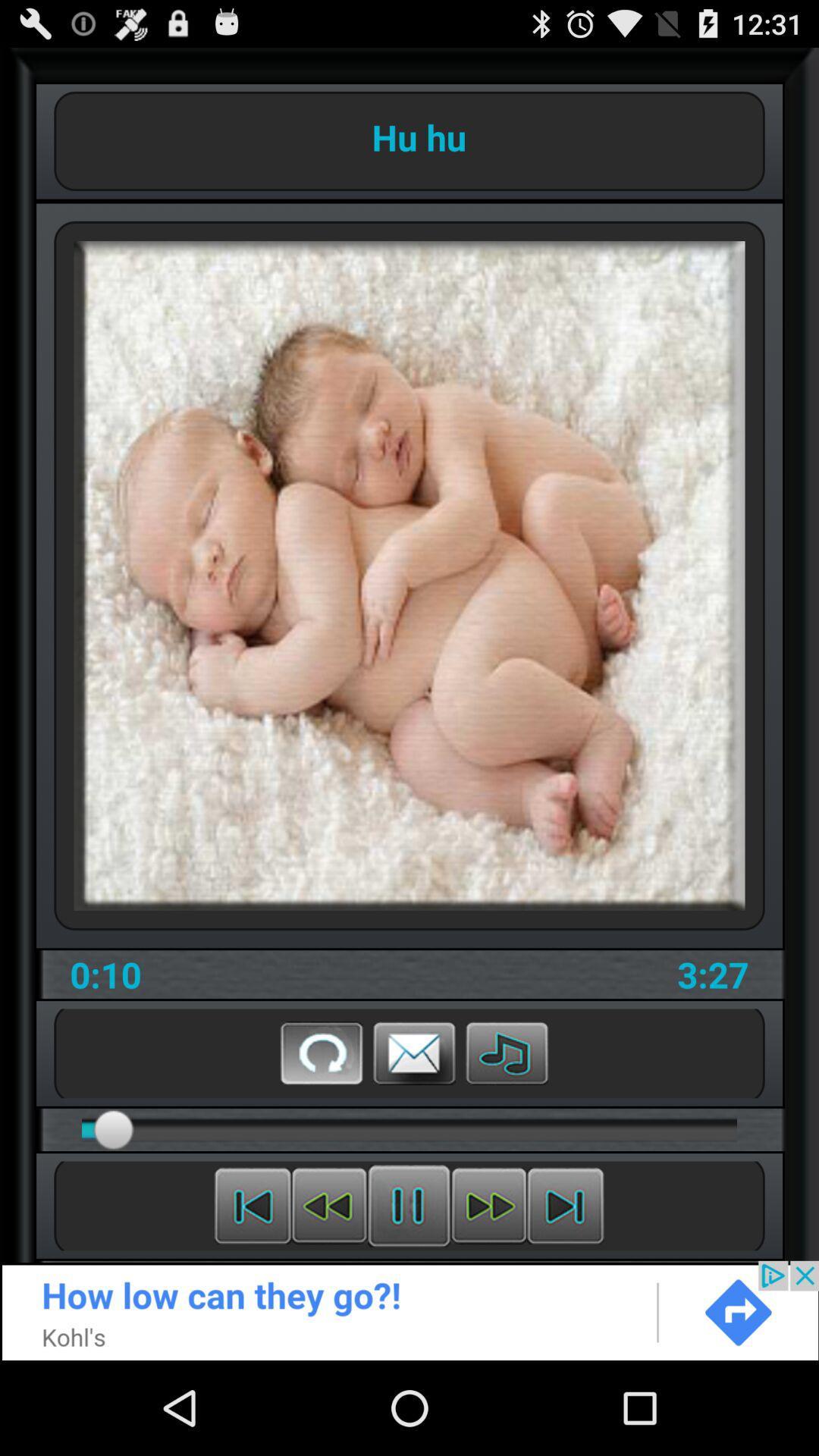 Image resolution: width=819 pixels, height=1456 pixels. What do you see at coordinates (408, 1290) in the screenshot?
I see `the sliders icon` at bounding box center [408, 1290].